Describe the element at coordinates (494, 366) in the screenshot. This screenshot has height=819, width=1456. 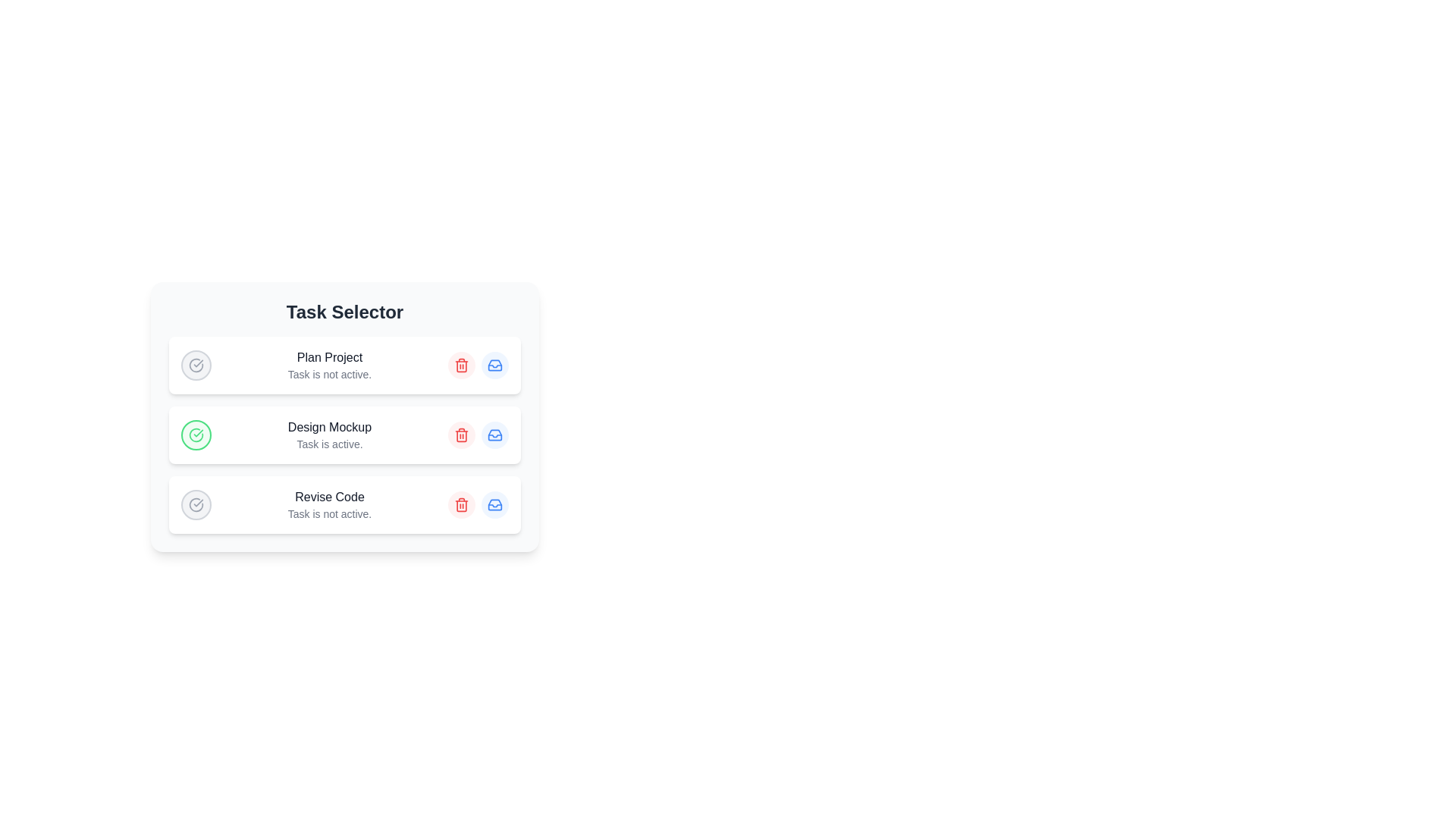
I see `the inbox icon located at the right end of the 'Plan Project' row` at that location.